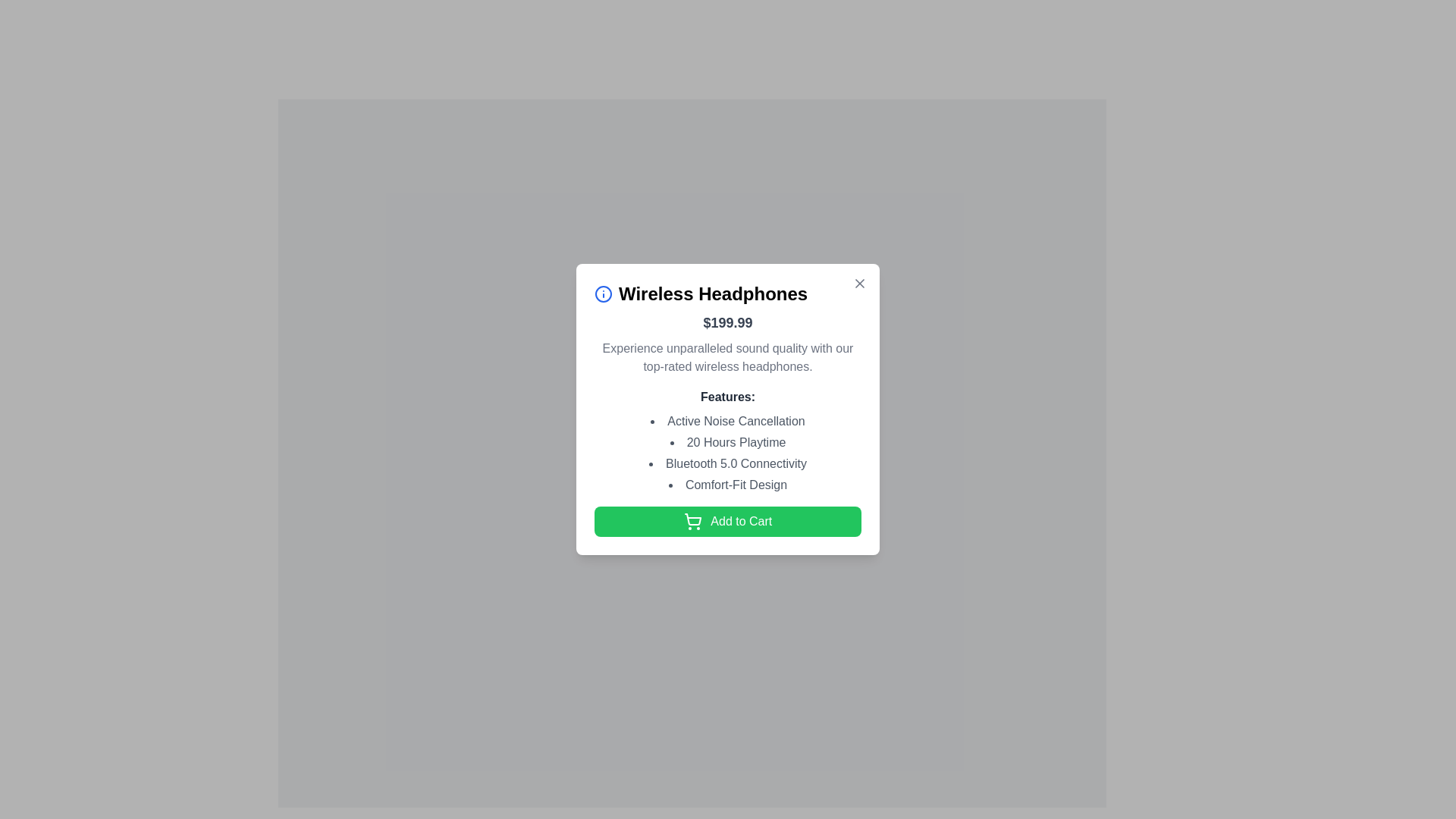  Describe the element at coordinates (859, 283) in the screenshot. I see `the diagonal line segment forming part of the close button located at the top-right corner of the dialog box` at that location.